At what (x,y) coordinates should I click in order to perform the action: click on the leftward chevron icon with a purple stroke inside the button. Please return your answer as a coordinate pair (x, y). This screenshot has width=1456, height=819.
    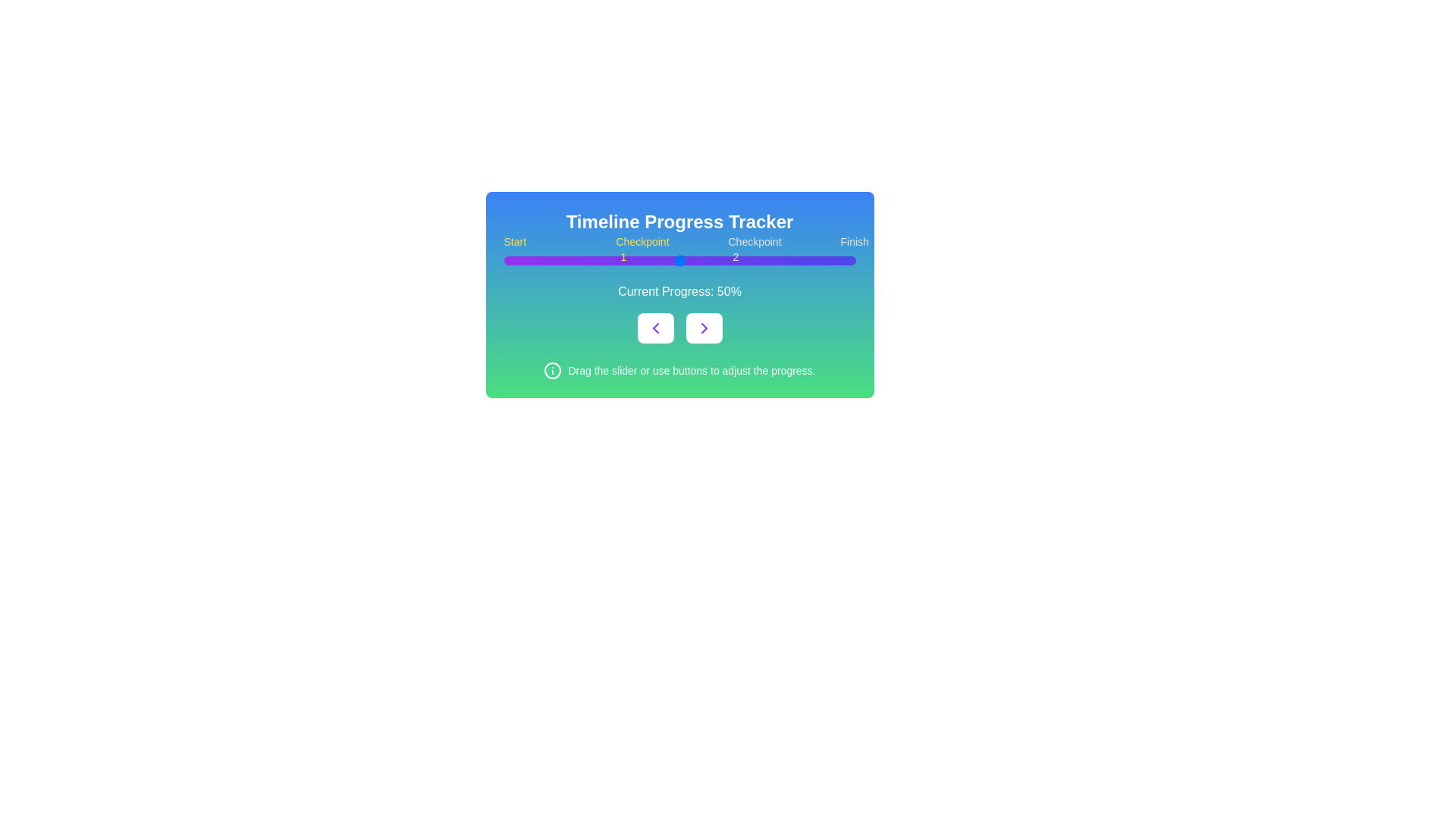
    Looking at the image, I should click on (655, 327).